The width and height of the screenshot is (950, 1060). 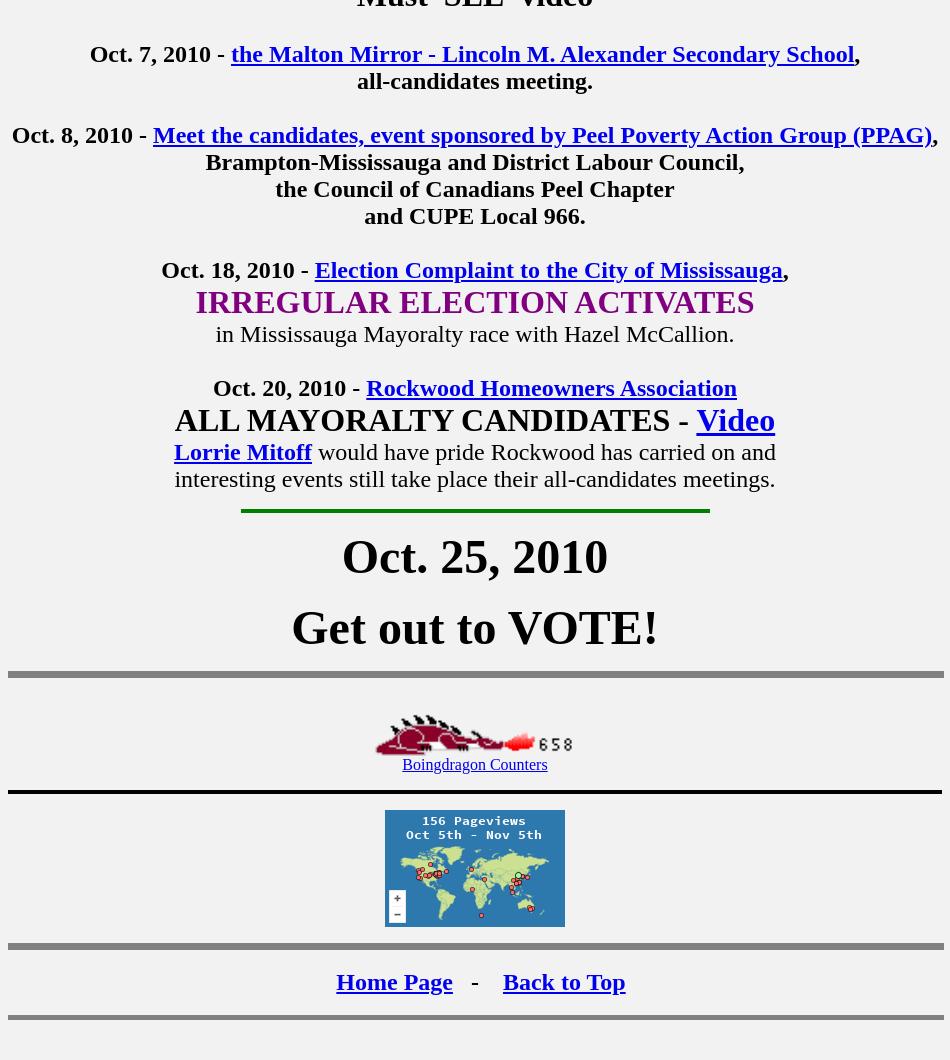 What do you see at coordinates (551, 387) in the screenshot?
I see `'Rockwood Homeowners Association'` at bounding box center [551, 387].